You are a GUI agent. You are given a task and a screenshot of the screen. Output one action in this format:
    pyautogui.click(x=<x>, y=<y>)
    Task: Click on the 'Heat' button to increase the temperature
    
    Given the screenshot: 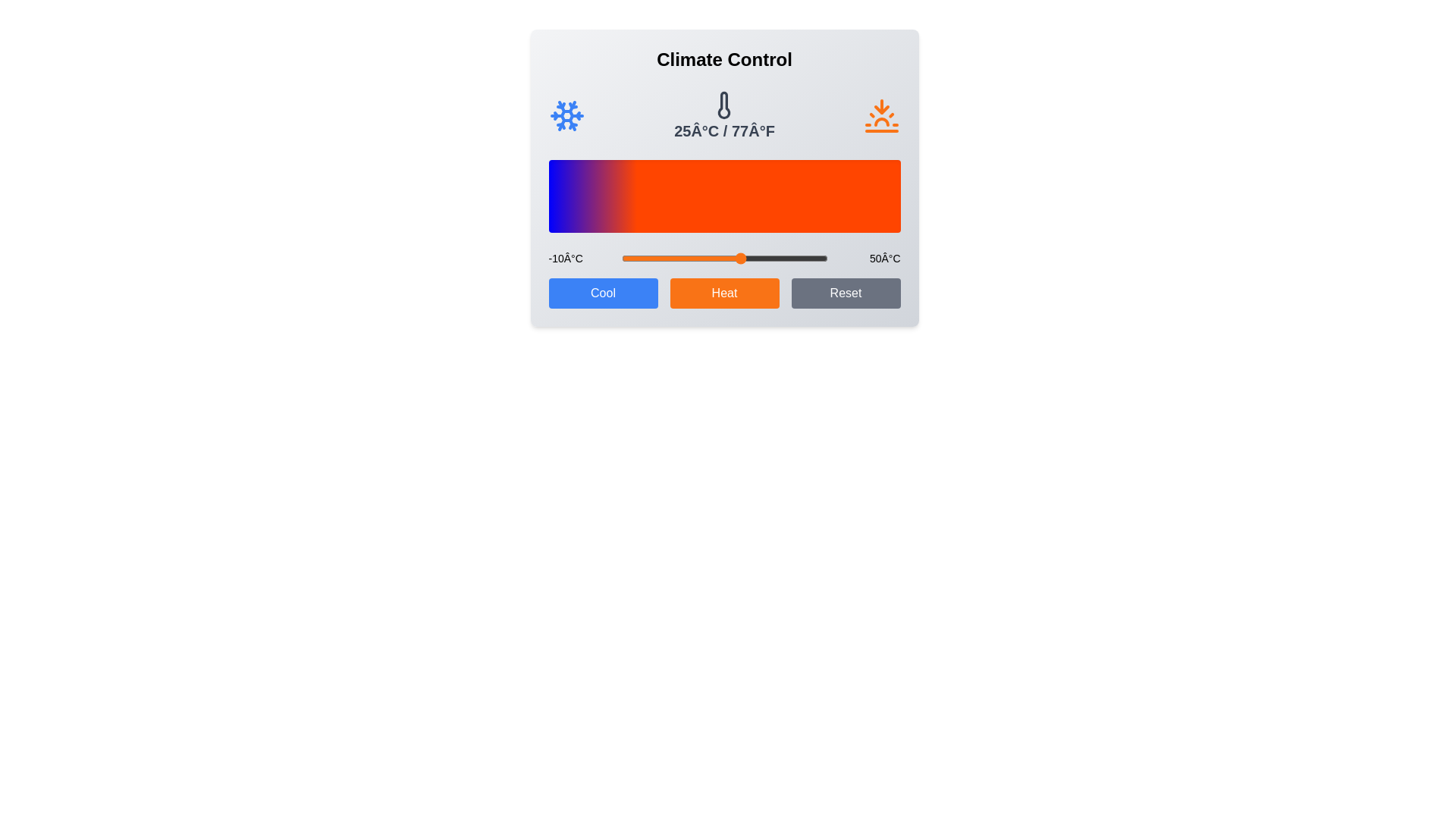 What is the action you would take?
    pyautogui.click(x=723, y=293)
    